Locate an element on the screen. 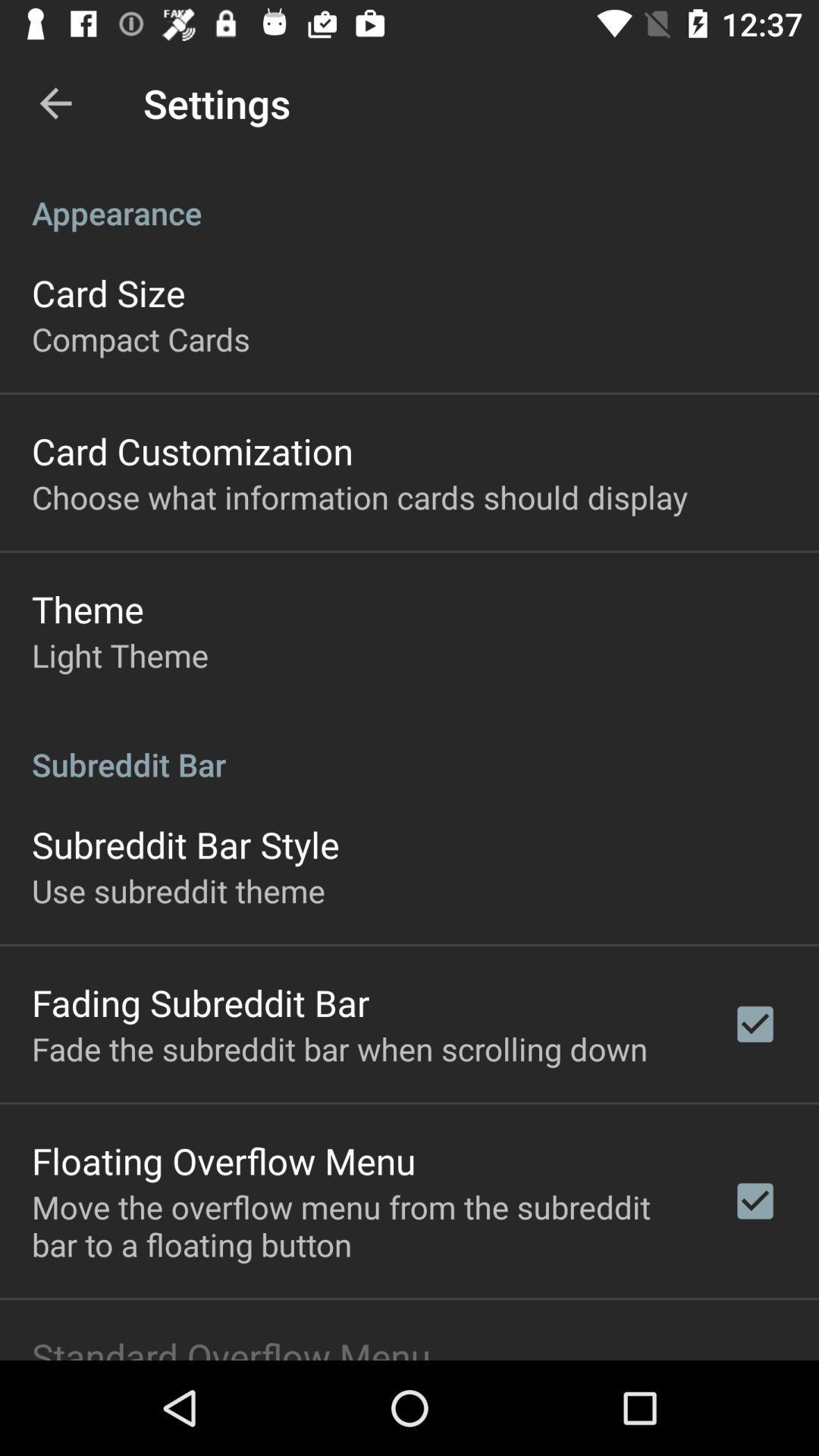 The height and width of the screenshot is (1456, 819). the app above the card size item is located at coordinates (409, 196).